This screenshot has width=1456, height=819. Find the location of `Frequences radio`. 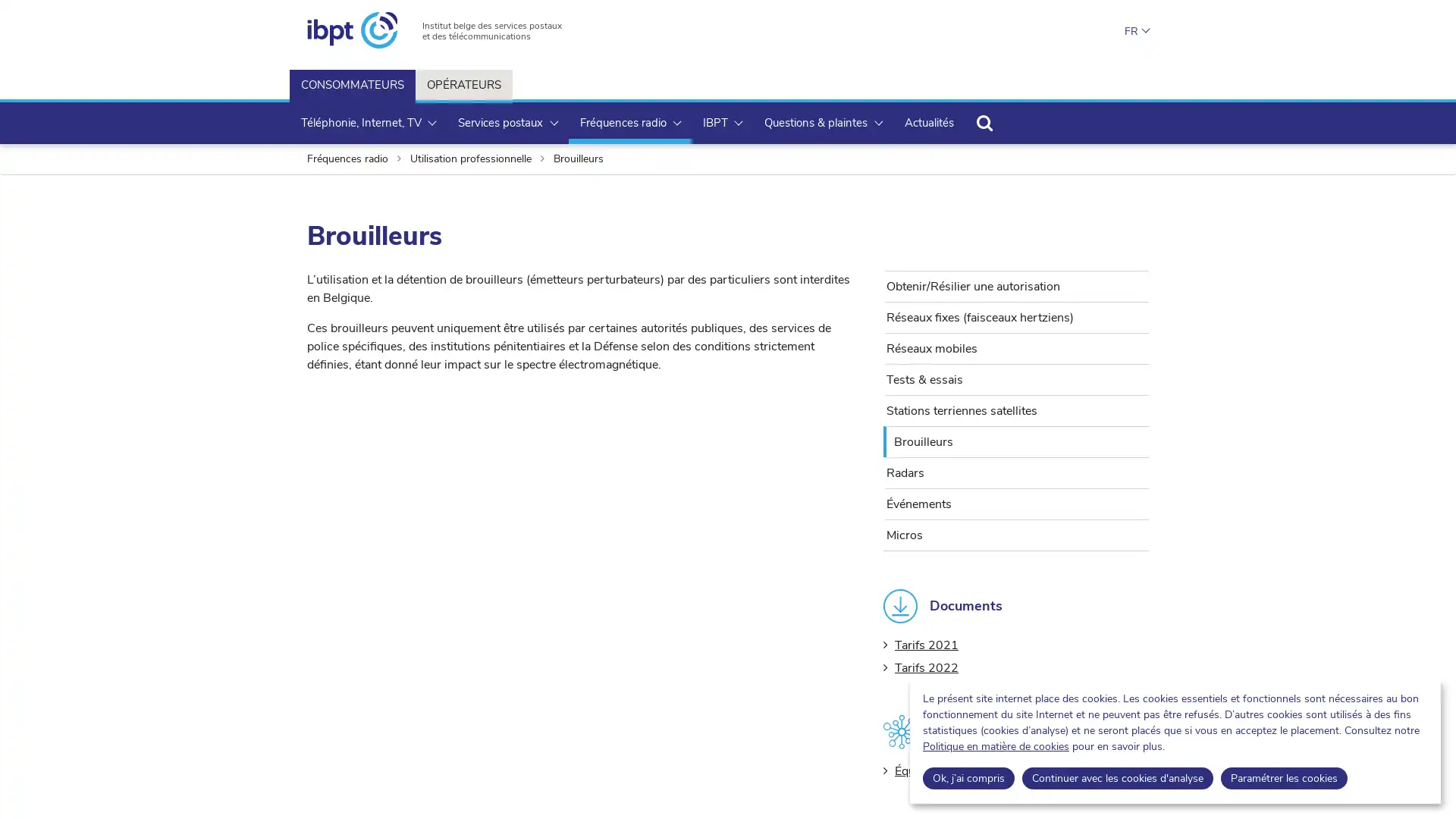

Frequences radio is located at coordinates (629, 122).